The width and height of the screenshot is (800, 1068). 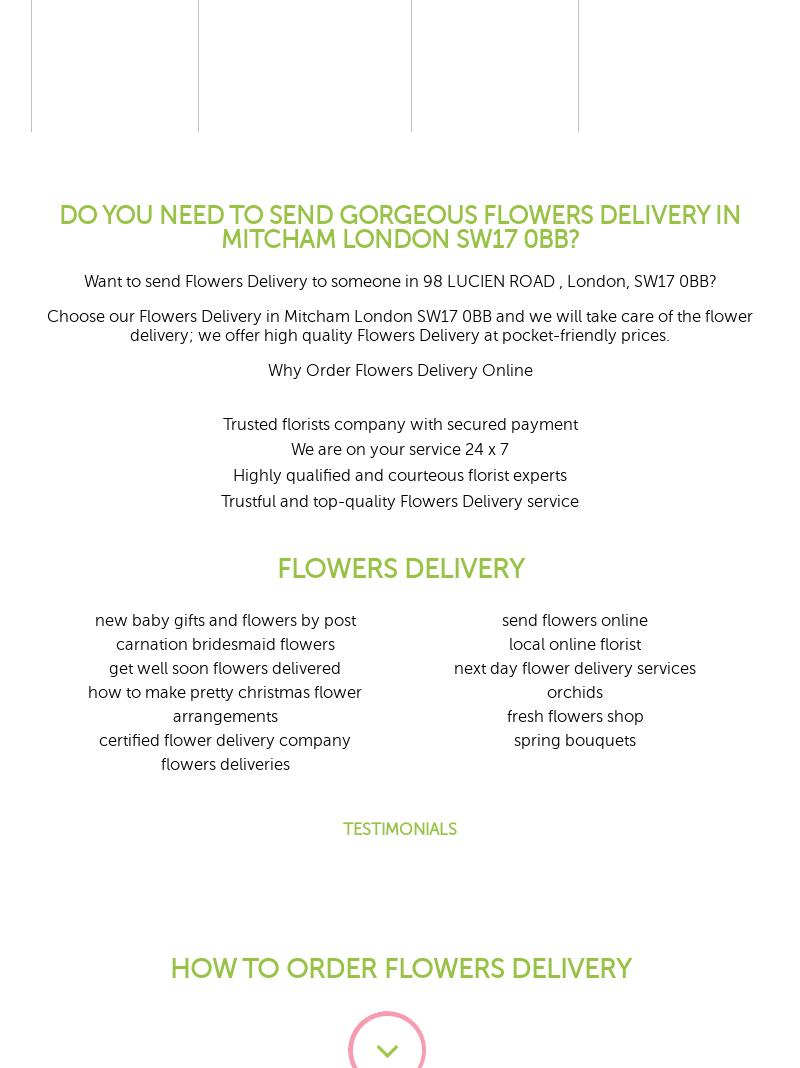 What do you see at coordinates (224, 740) in the screenshot?
I see `'certified flower delivery company'` at bounding box center [224, 740].